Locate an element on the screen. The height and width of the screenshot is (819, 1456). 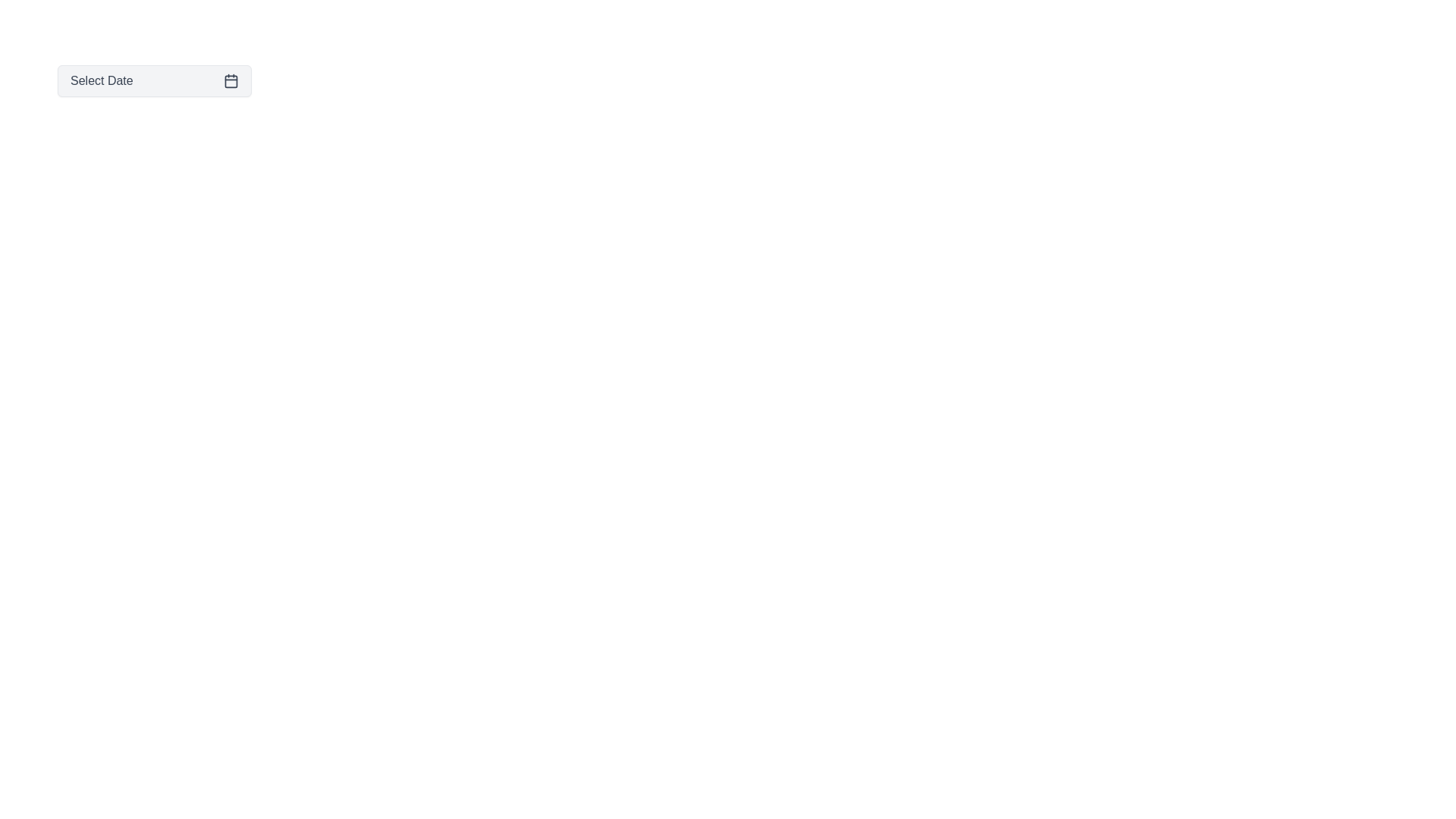
the calendar icon located at the far right of the 'Select Date' button is located at coordinates (231, 81).